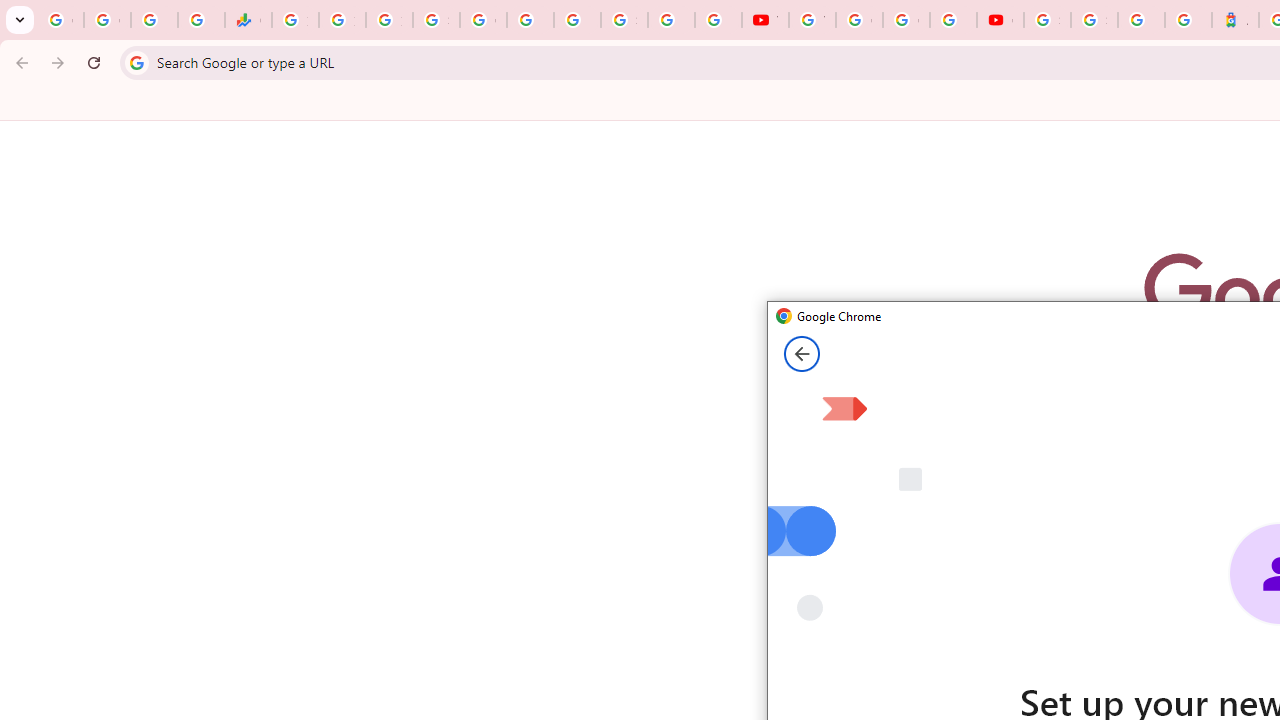  I want to click on 'Search icon', so click(135, 61).